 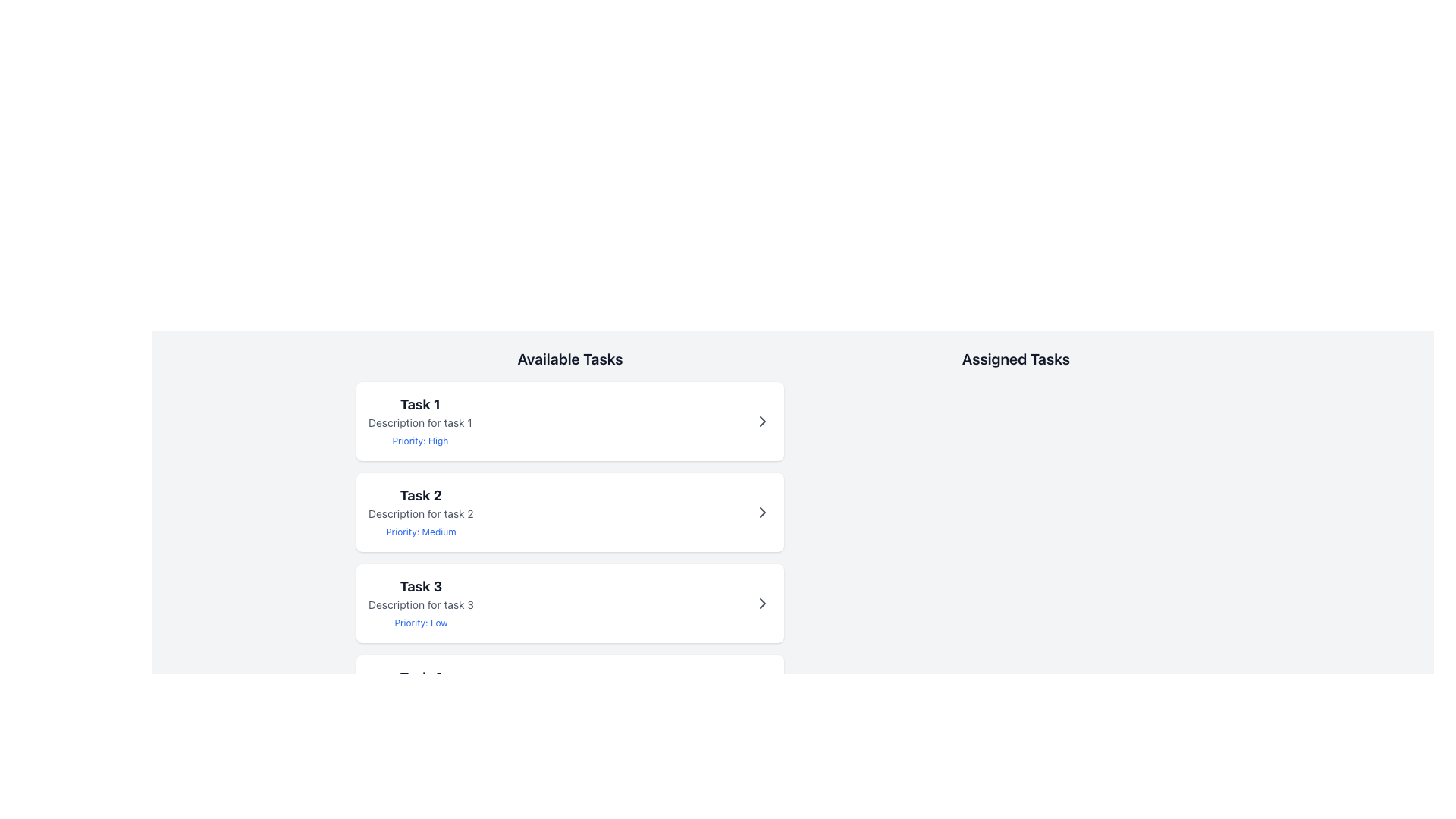 What do you see at coordinates (570, 359) in the screenshot?
I see `text label 'Available Tasks' which is styled in bold and located at the top of the task management section` at bounding box center [570, 359].